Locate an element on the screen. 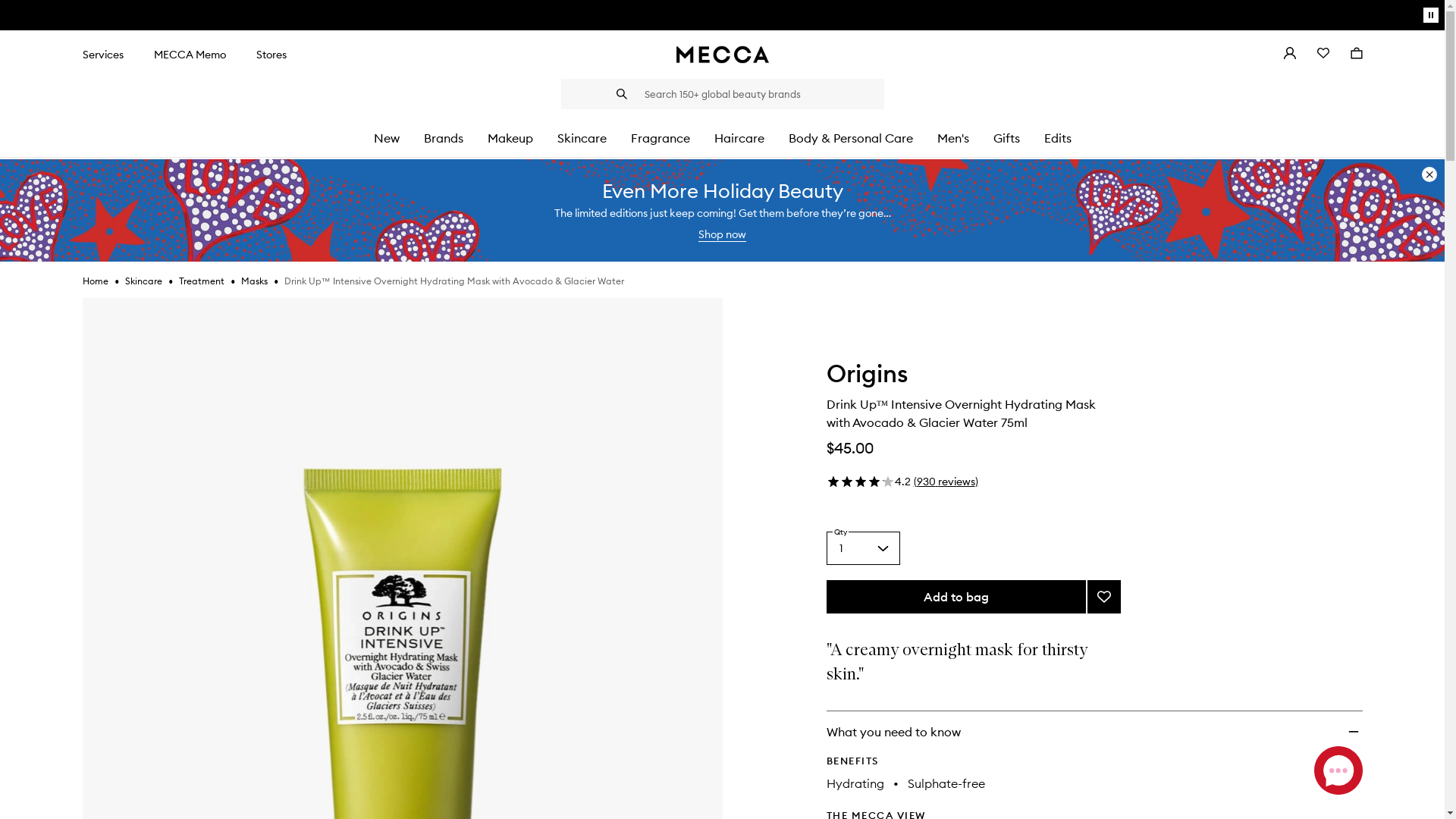  'Fragrance' is located at coordinates (660, 138).